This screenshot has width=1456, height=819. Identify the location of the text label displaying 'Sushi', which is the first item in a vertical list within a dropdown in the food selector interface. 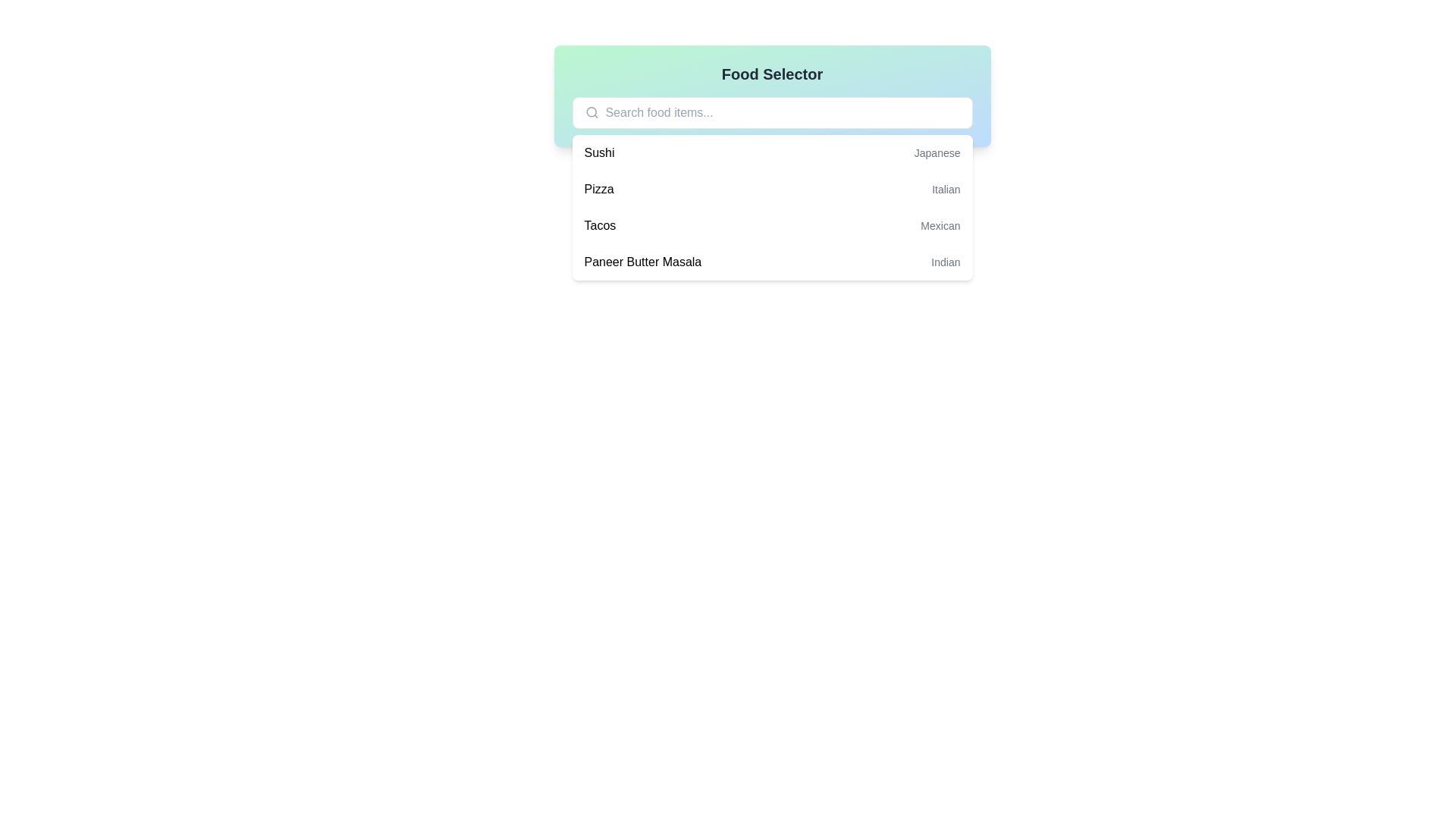
(598, 152).